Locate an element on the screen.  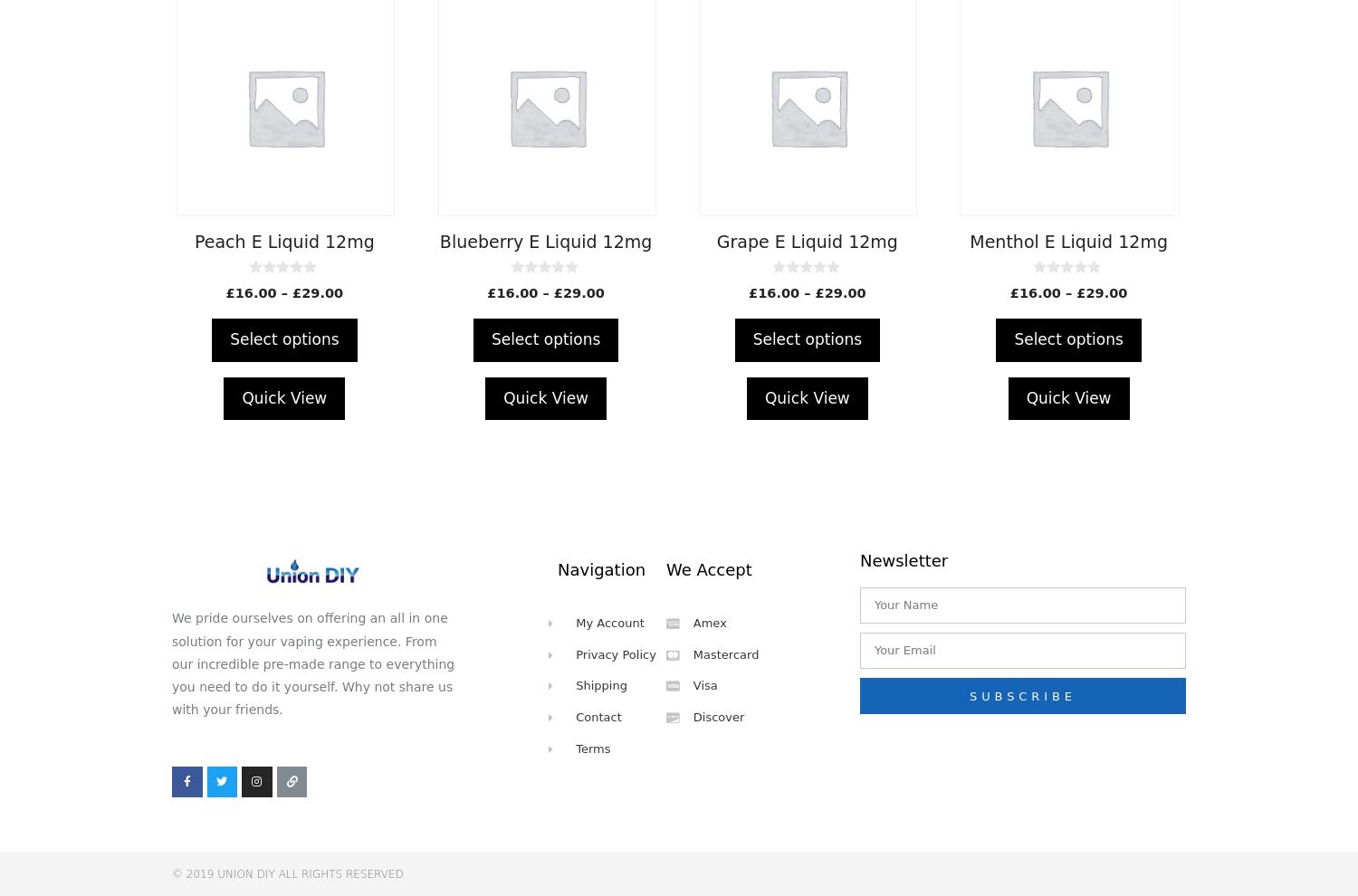
'We Accept' is located at coordinates (708, 567).